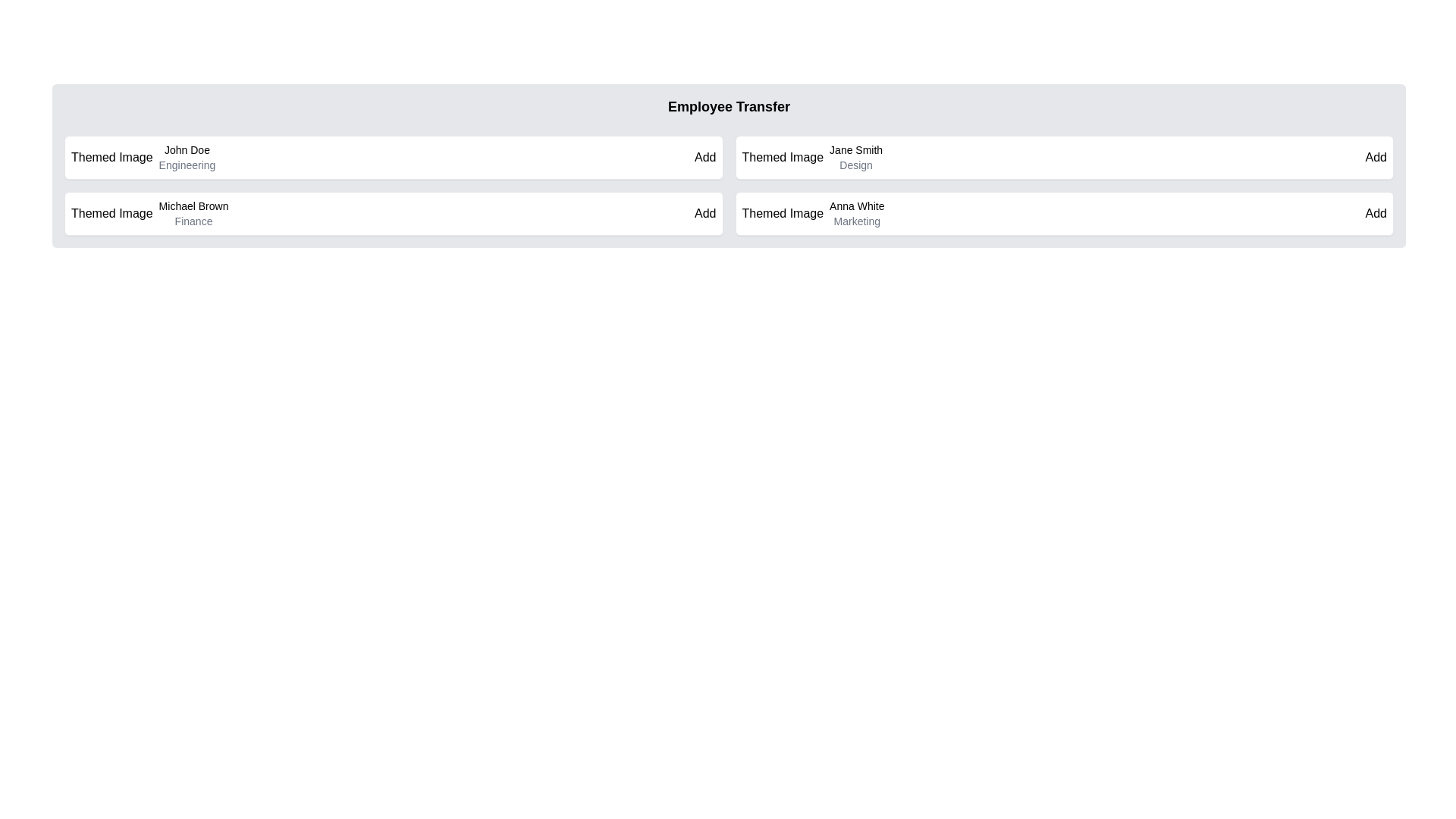 Image resolution: width=1456 pixels, height=819 pixels. I want to click on the profile card located in the bottom-right of the grid, so click(1063, 213).